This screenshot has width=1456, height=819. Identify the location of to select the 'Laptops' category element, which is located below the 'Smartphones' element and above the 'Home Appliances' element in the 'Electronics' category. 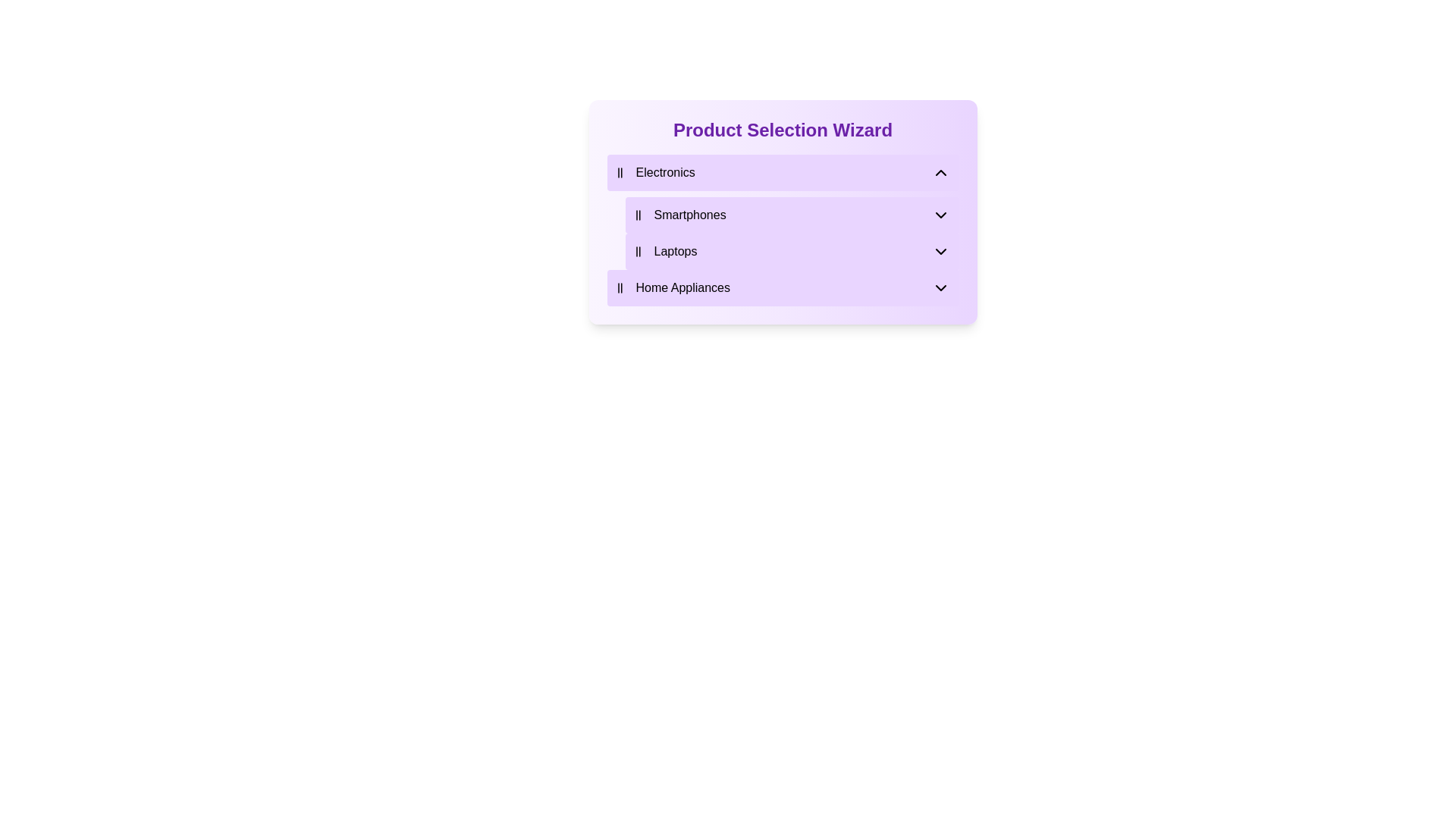
(791, 250).